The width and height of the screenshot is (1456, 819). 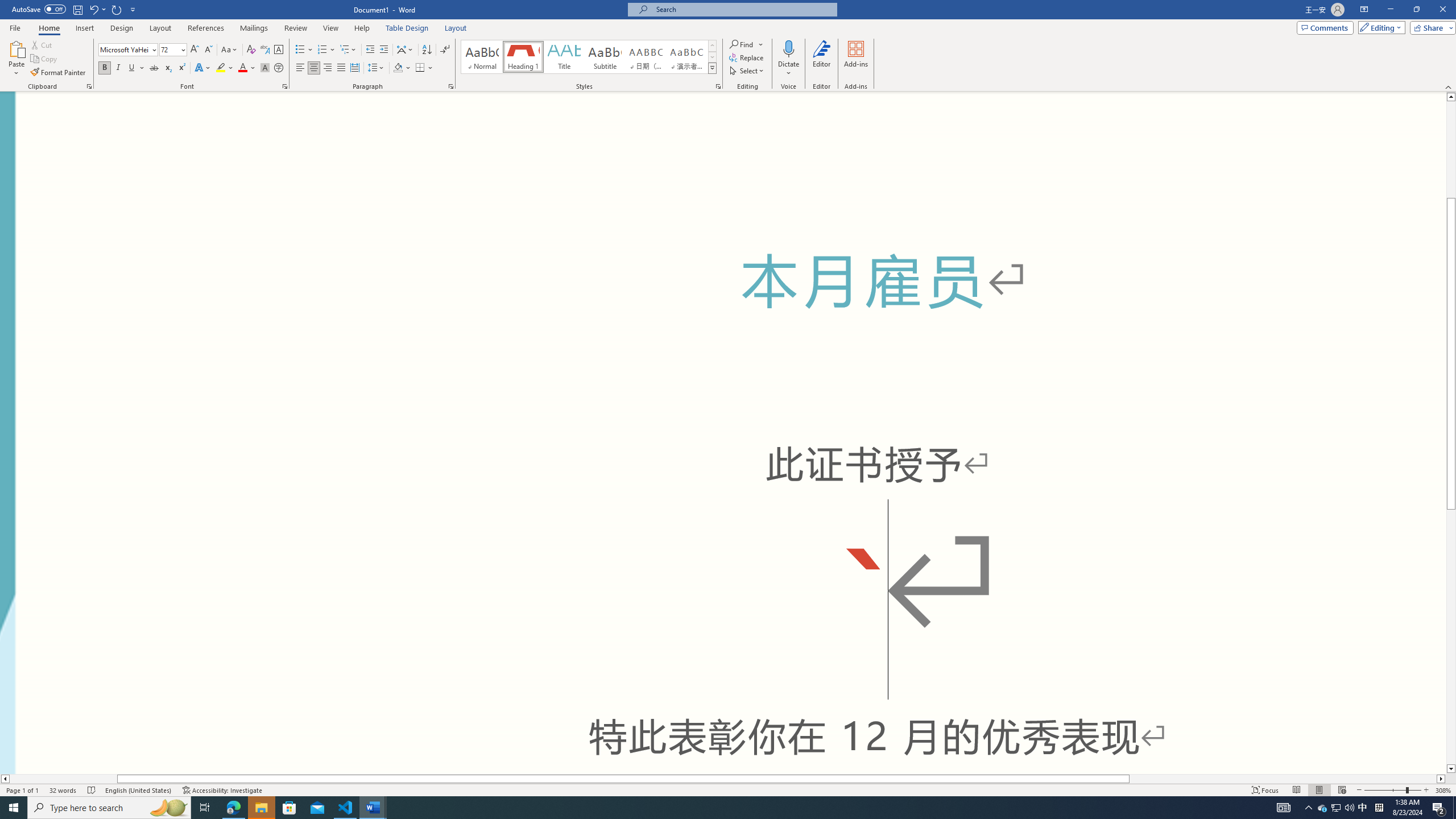 I want to click on 'Close', so click(x=1442, y=9).